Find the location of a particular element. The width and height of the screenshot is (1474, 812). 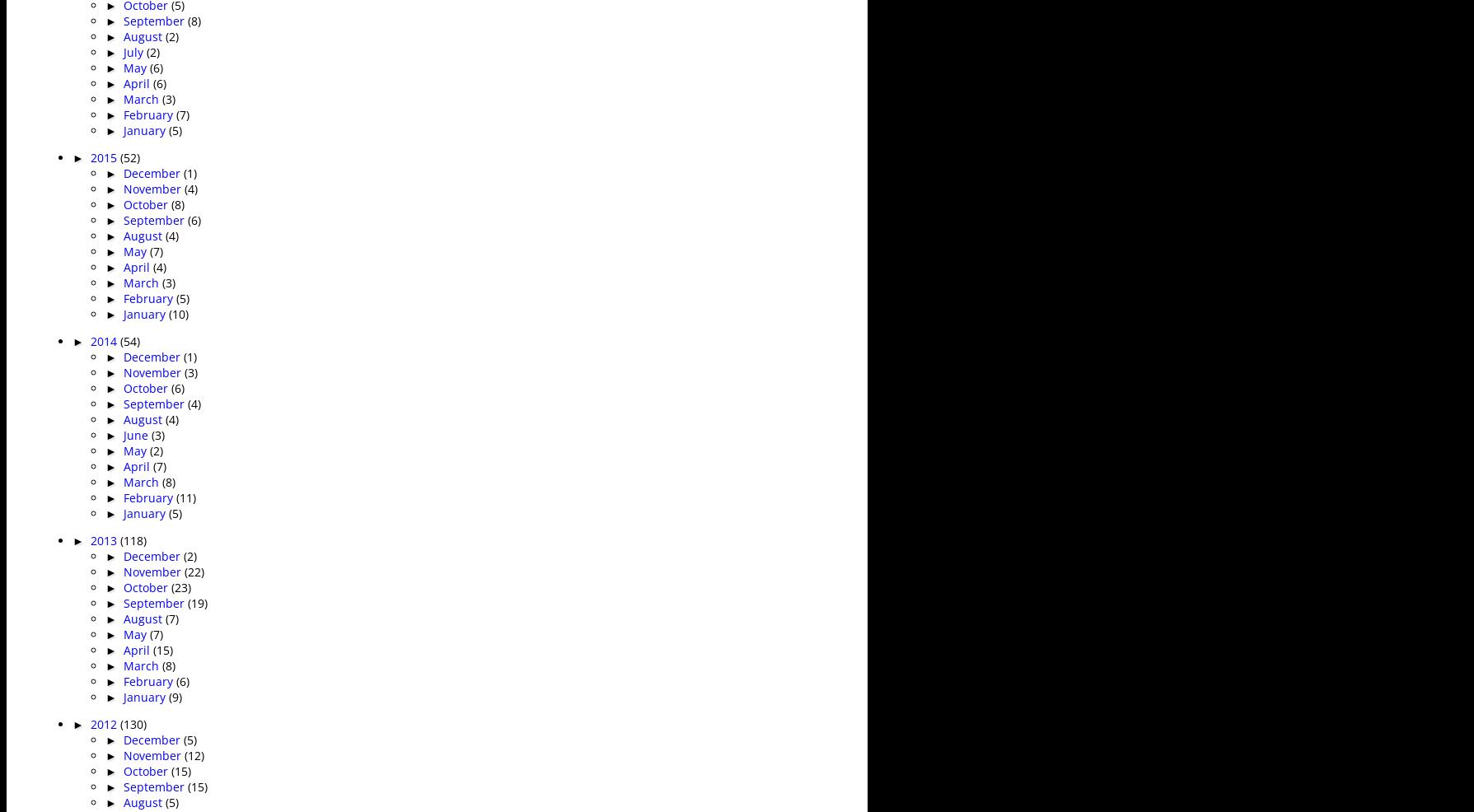

'(22)' is located at coordinates (194, 570).